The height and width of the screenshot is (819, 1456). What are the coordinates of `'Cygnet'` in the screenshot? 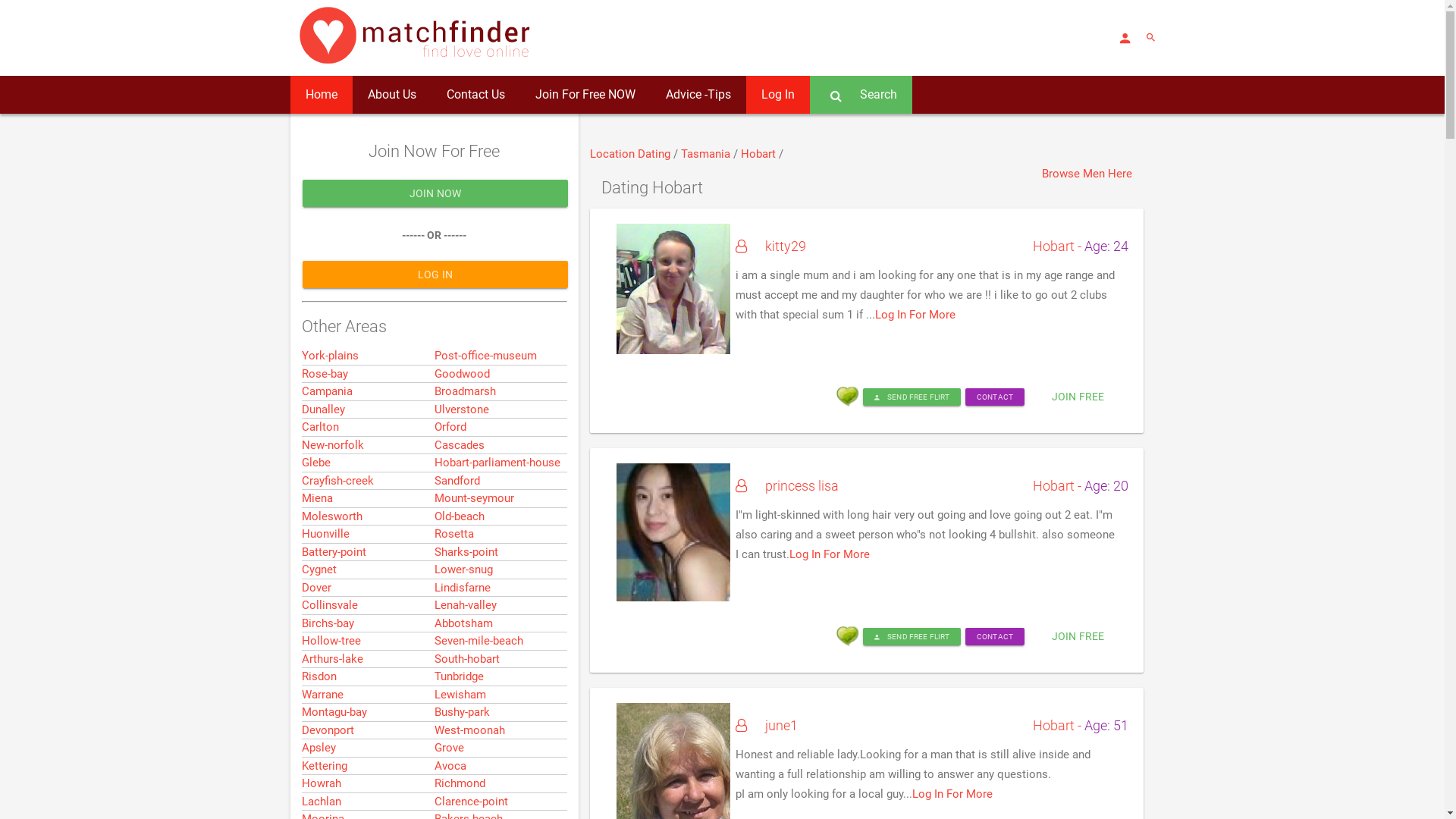 It's located at (302, 570).